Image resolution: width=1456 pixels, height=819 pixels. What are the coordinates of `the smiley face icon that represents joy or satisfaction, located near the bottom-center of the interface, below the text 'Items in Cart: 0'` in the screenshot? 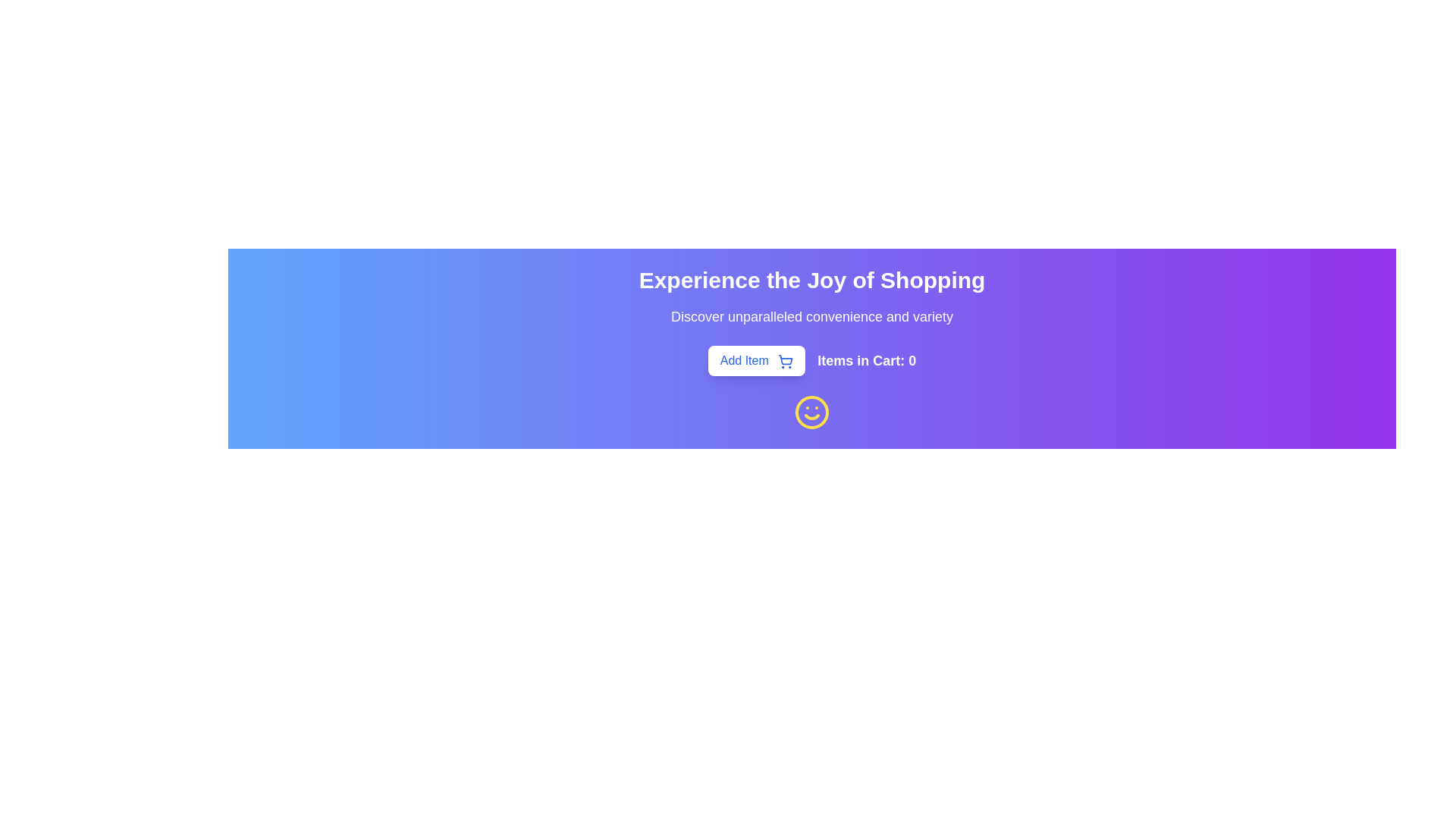 It's located at (811, 412).